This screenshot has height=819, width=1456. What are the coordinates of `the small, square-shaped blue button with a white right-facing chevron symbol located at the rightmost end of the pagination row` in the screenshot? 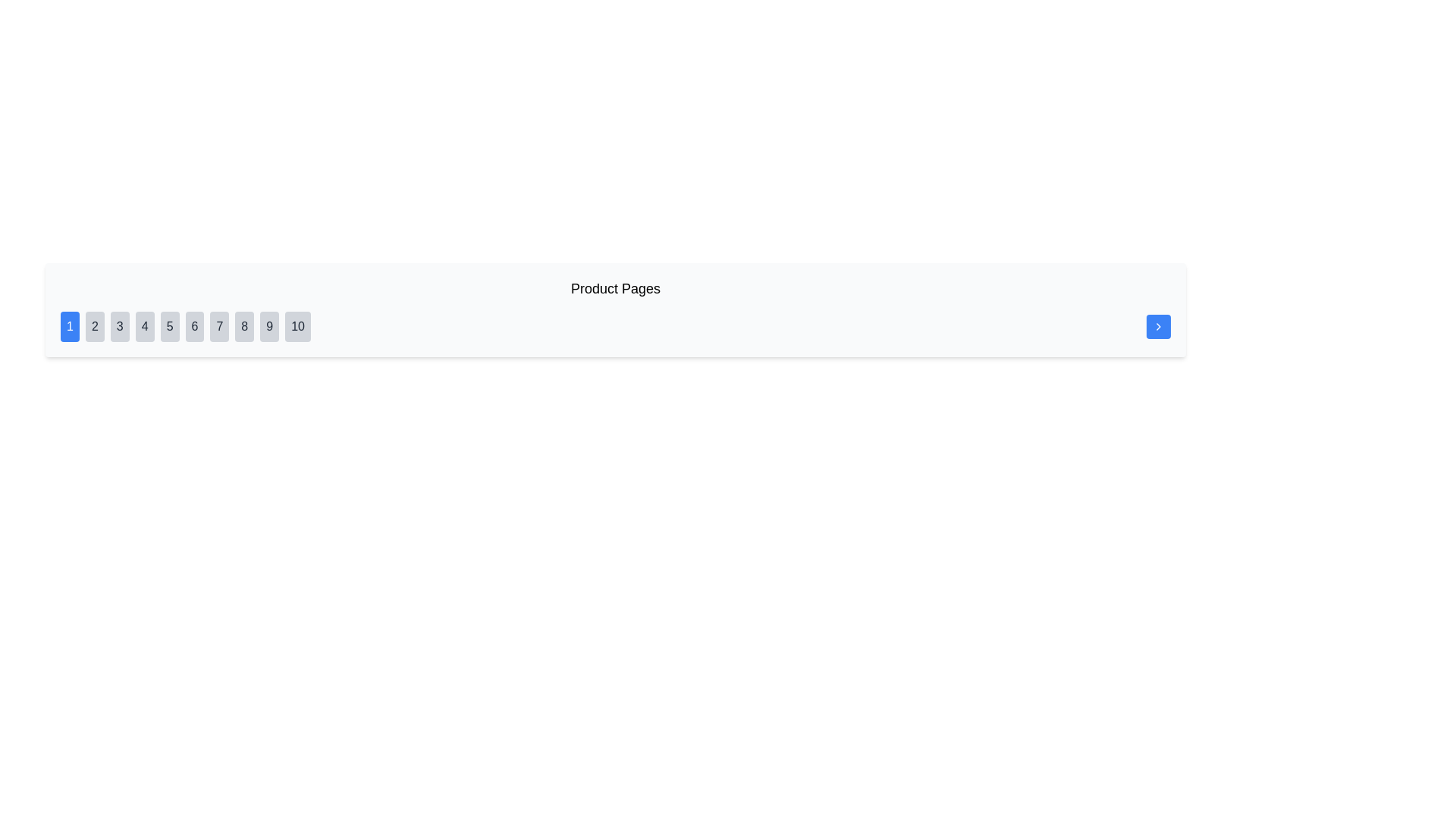 It's located at (1157, 326).